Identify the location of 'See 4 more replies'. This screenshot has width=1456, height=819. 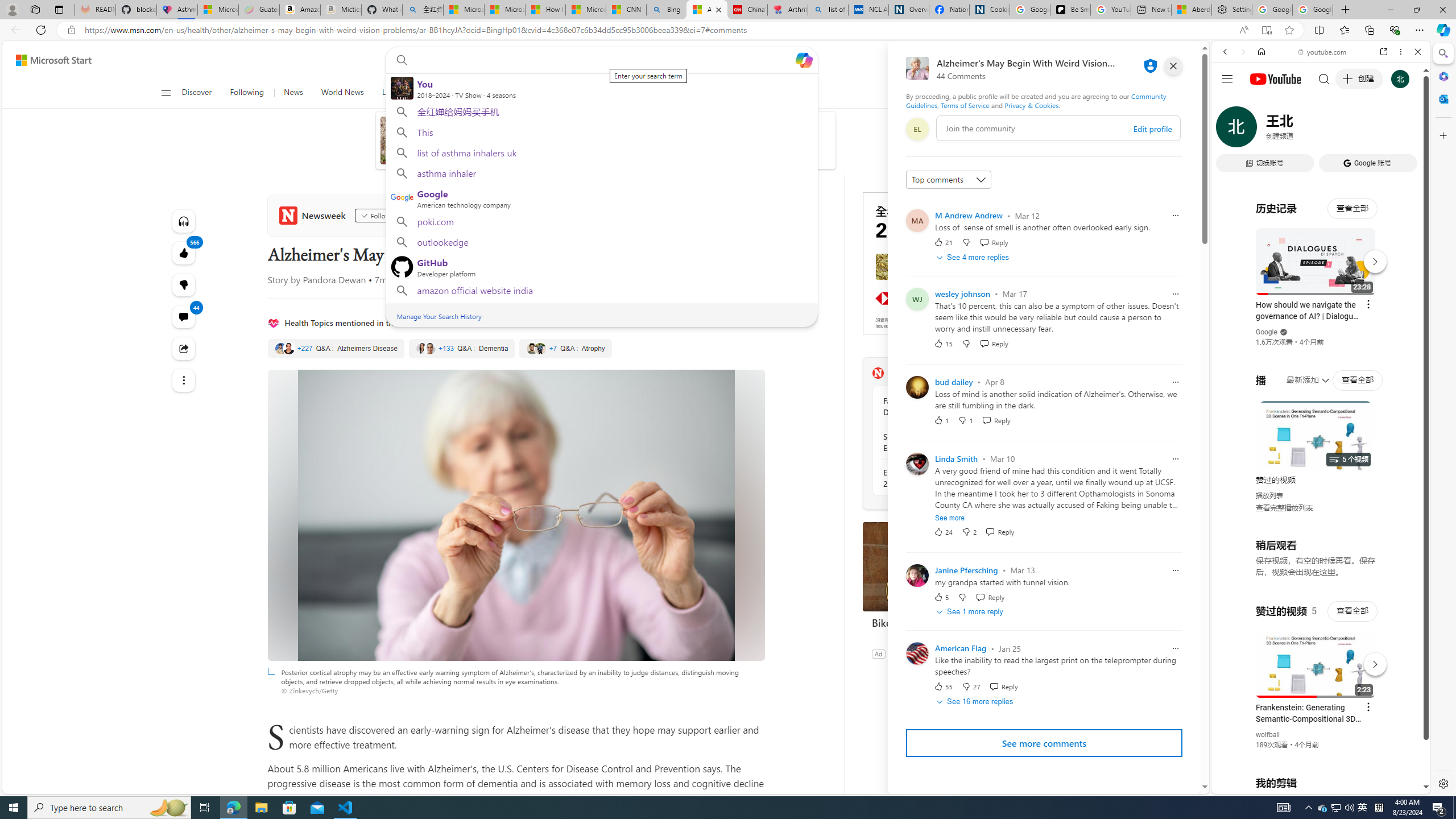
(974, 257).